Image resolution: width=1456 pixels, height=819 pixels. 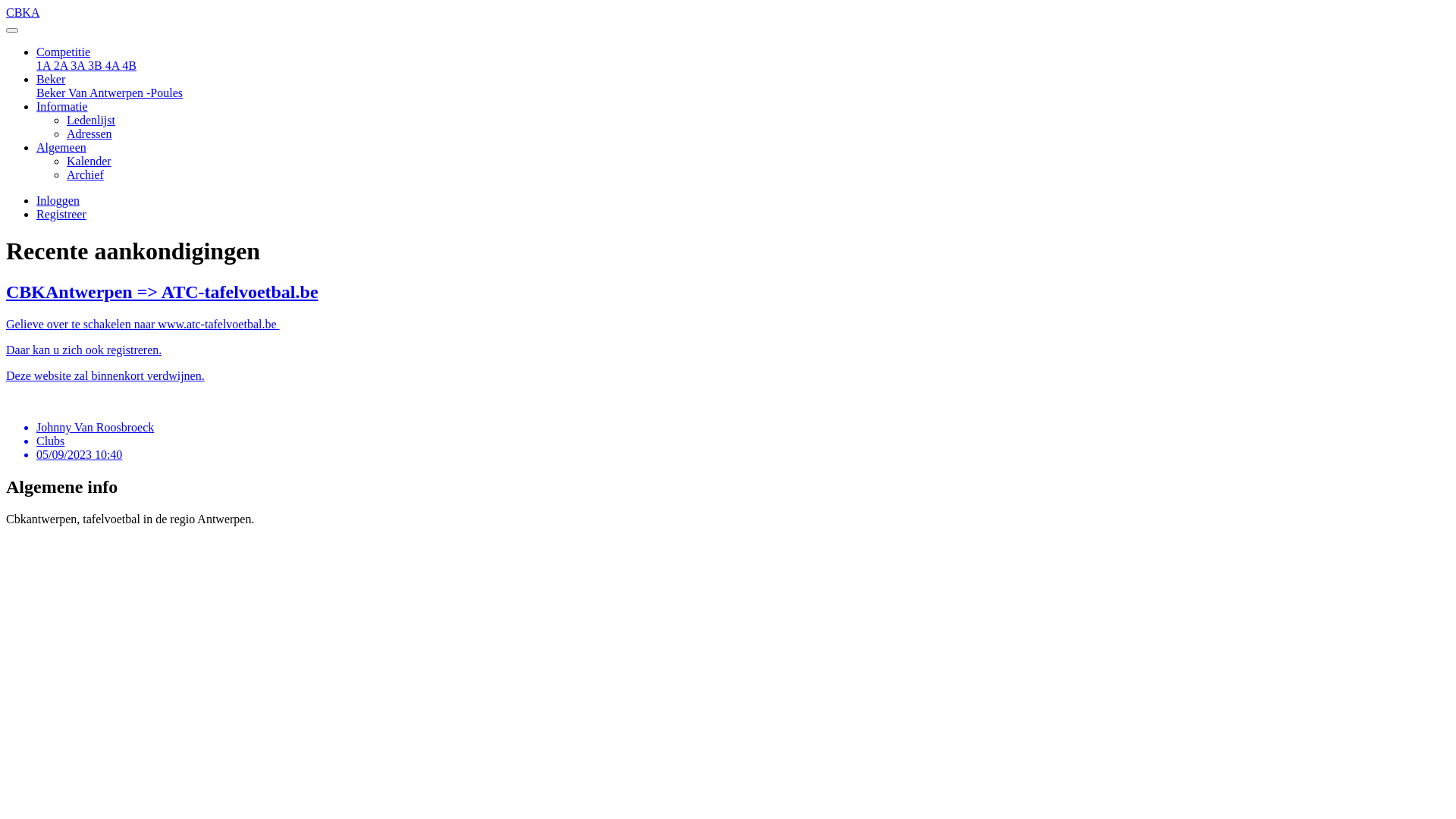 I want to click on 'CBKA', so click(x=728, y=19).